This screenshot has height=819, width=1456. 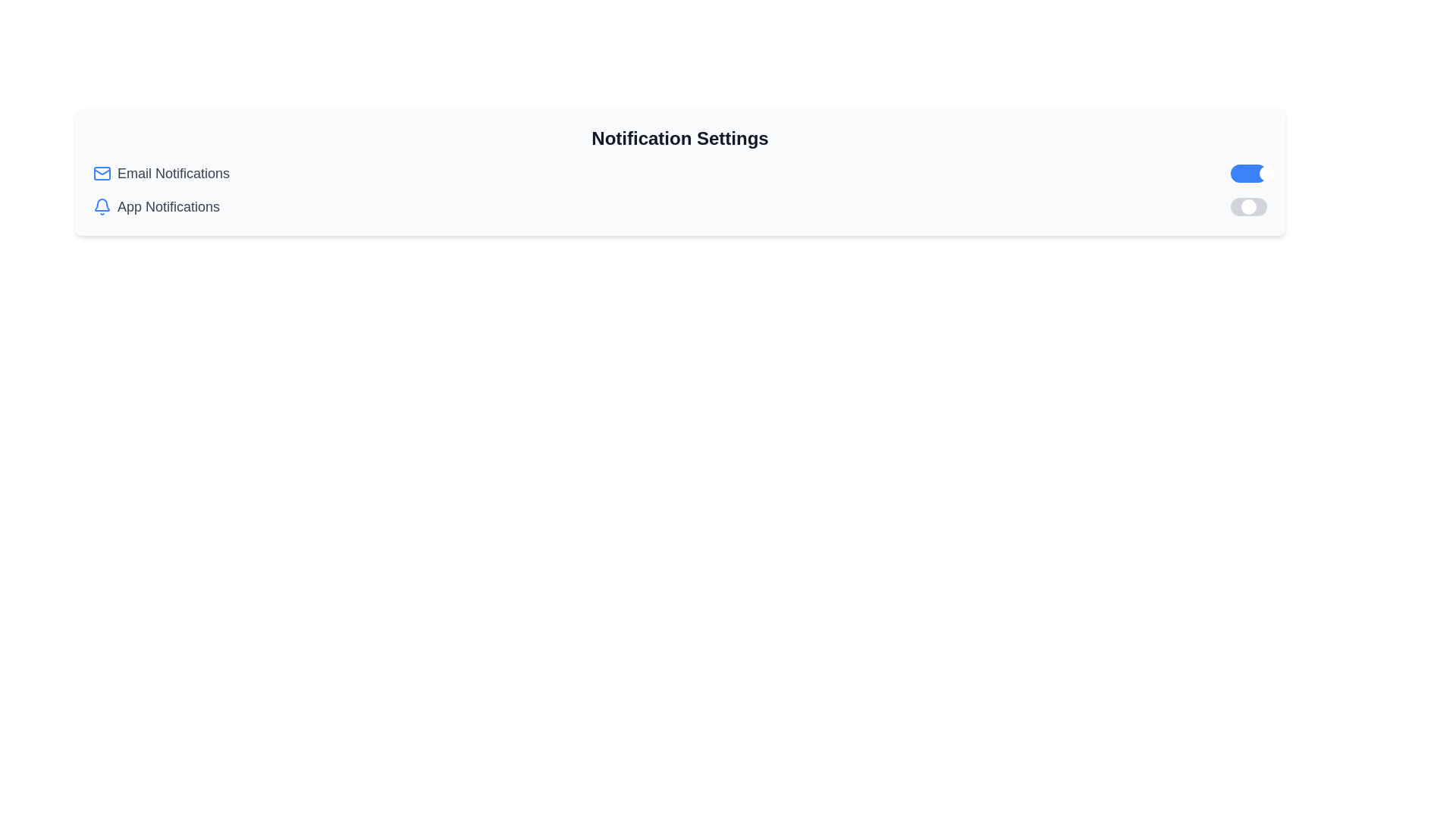 What do you see at coordinates (1248, 207) in the screenshot?
I see `the toggle switch for 'App Notifications' located on the far right of the row` at bounding box center [1248, 207].